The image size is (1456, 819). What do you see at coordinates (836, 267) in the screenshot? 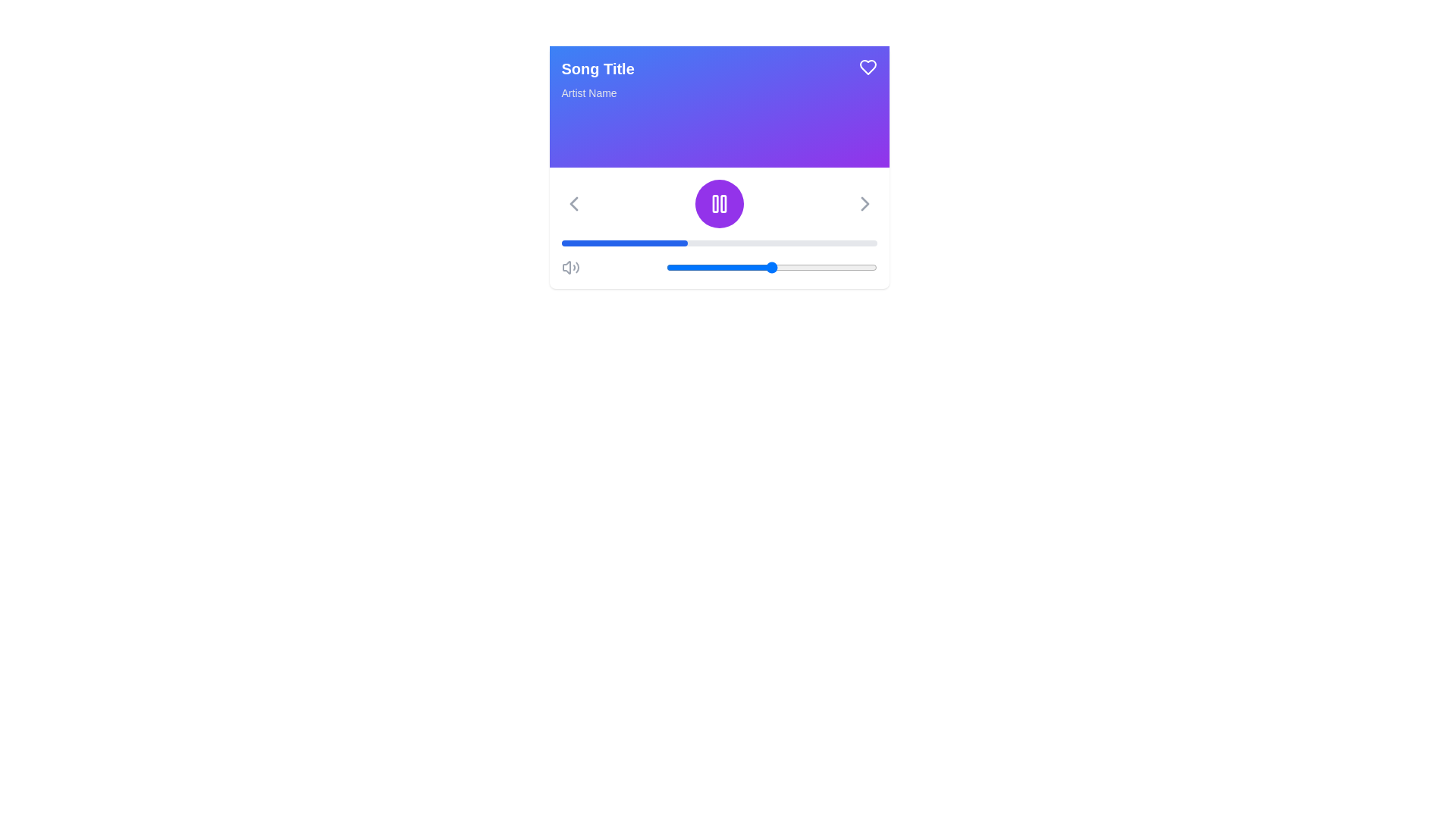
I see `volume` at bounding box center [836, 267].